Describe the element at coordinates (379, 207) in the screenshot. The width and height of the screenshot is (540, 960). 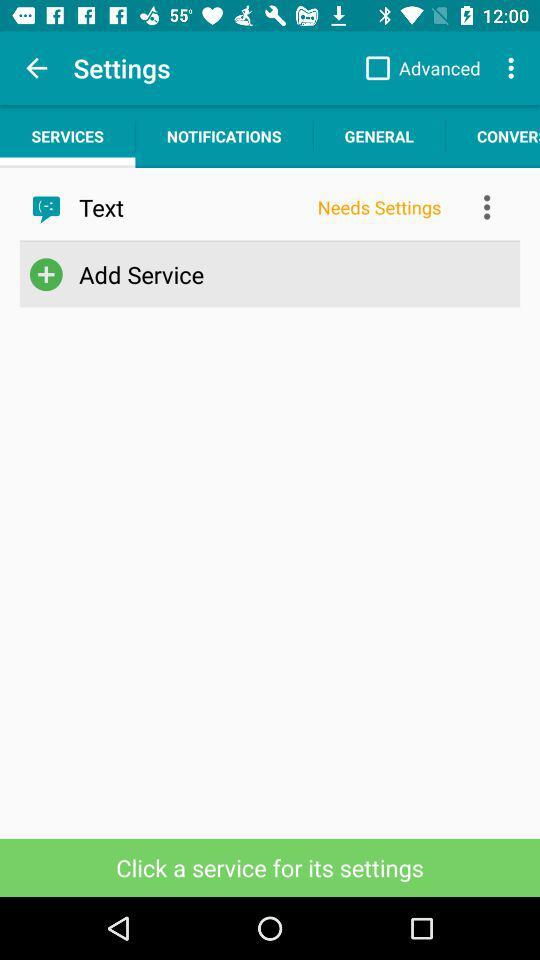
I see `app next to the text item` at that location.